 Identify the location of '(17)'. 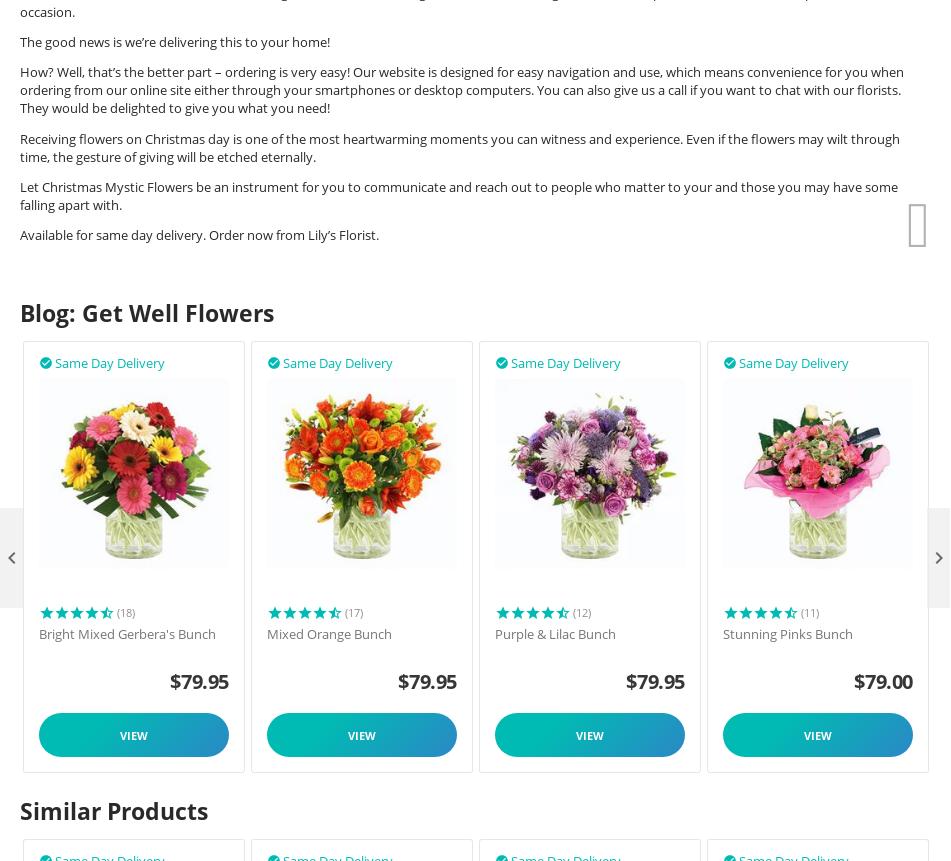
(353, 611).